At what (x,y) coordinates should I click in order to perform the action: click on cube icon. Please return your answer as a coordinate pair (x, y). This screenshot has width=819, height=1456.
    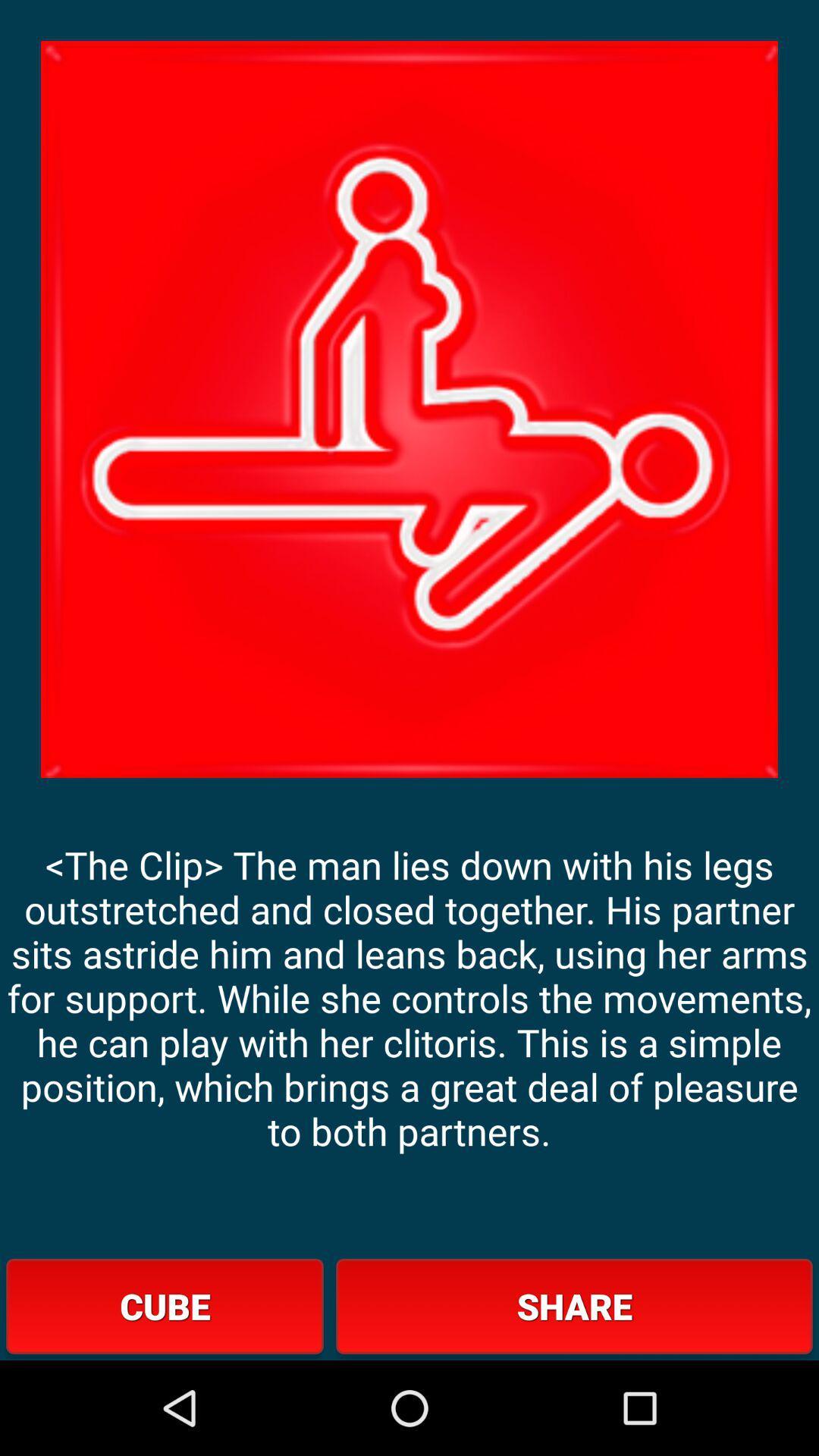
    Looking at the image, I should click on (165, 1305).